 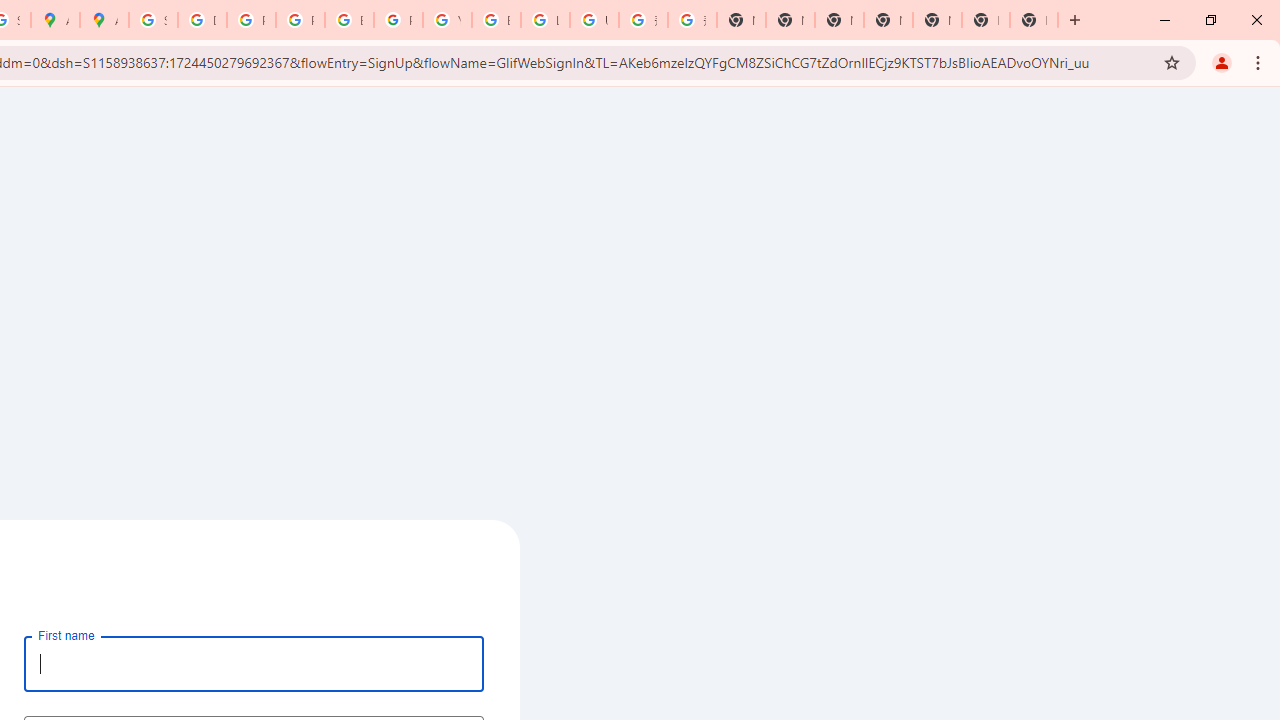 I want to click on 'First name', so click(x=253, y=663).